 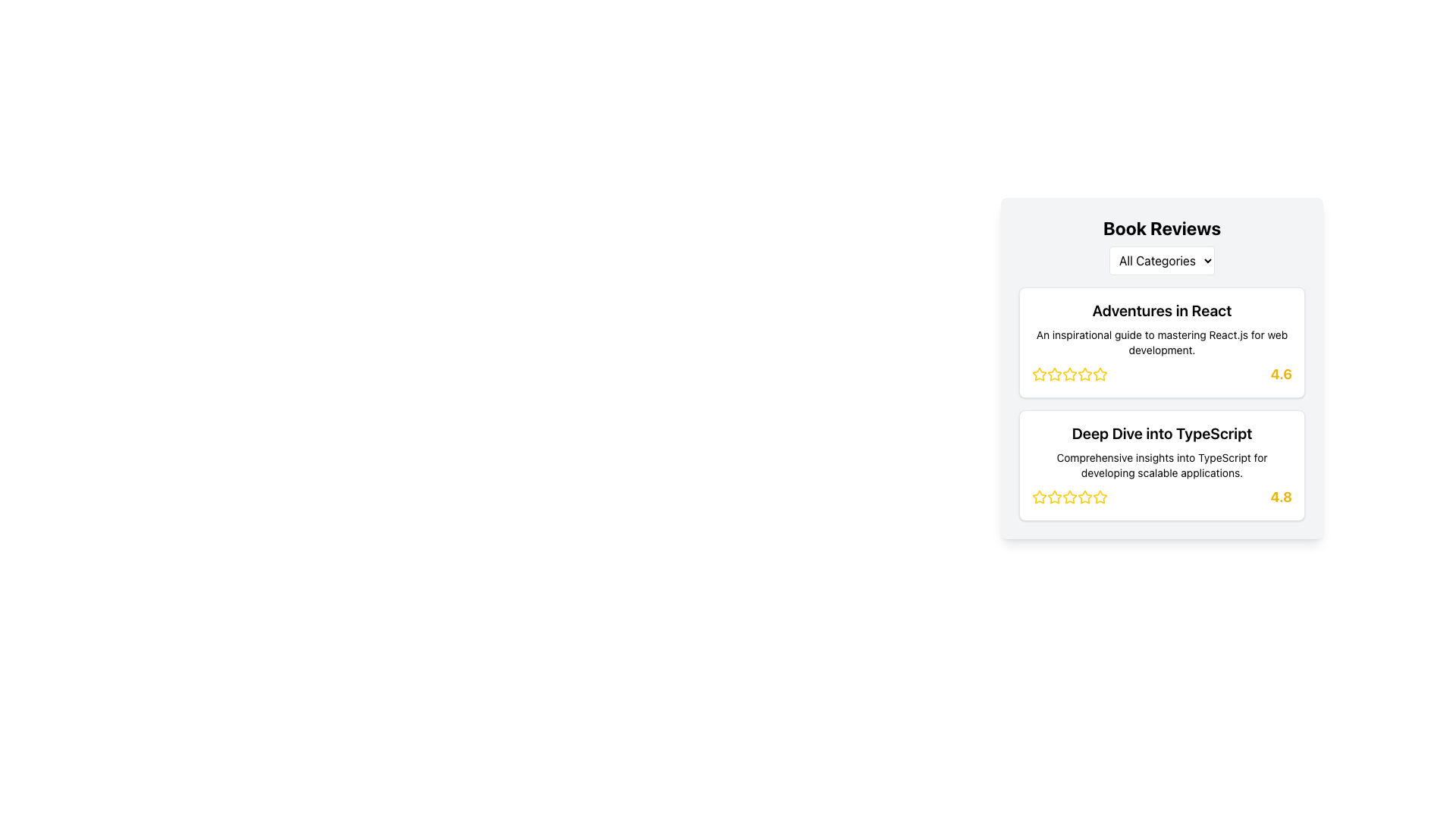 I want to click on the second card in the 'Book Reviews' section that contains details about the book titled 'Deep Dive into TypeScript', so click(x=1161, y=464).